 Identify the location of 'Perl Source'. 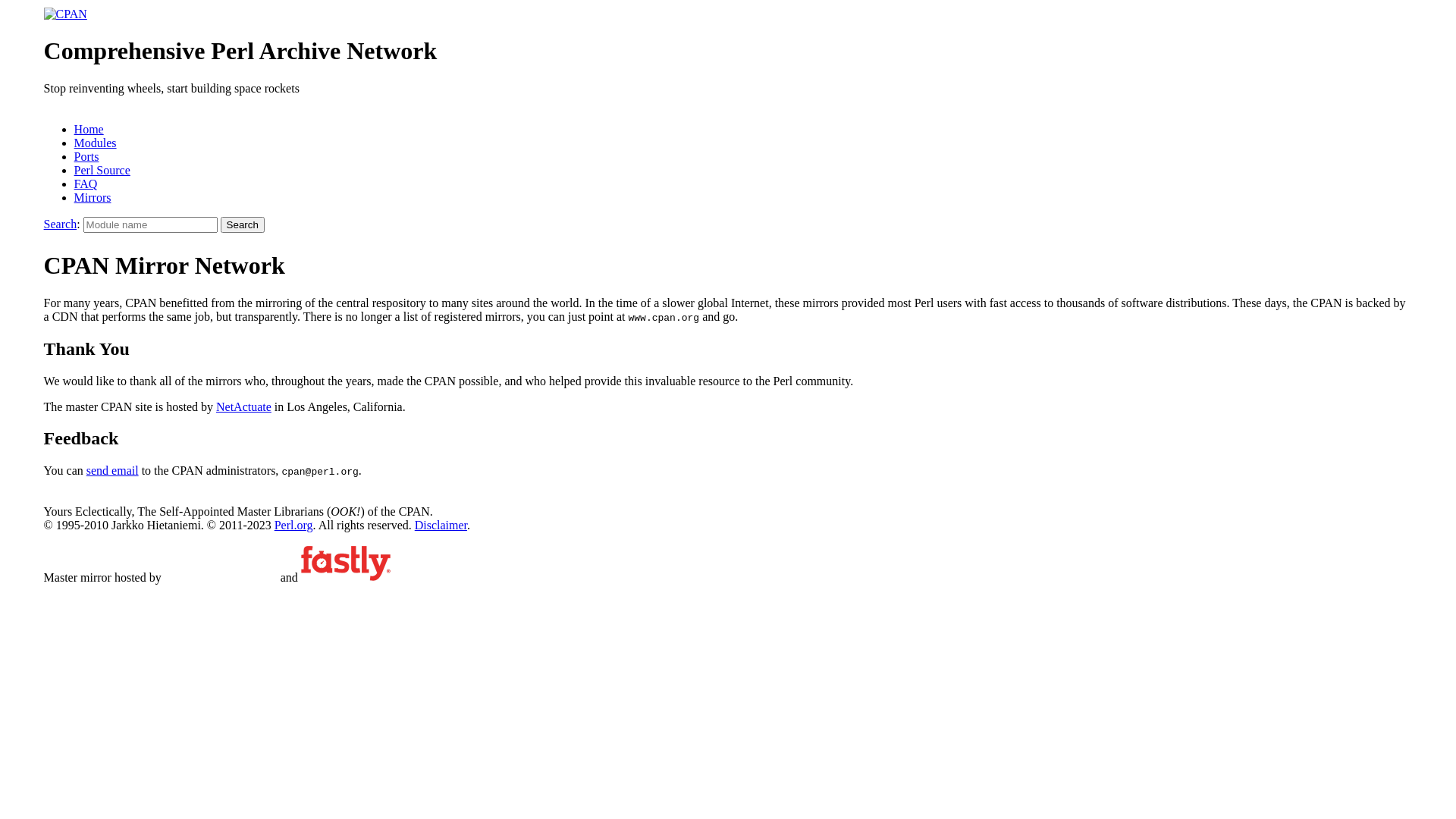
(101, 170).